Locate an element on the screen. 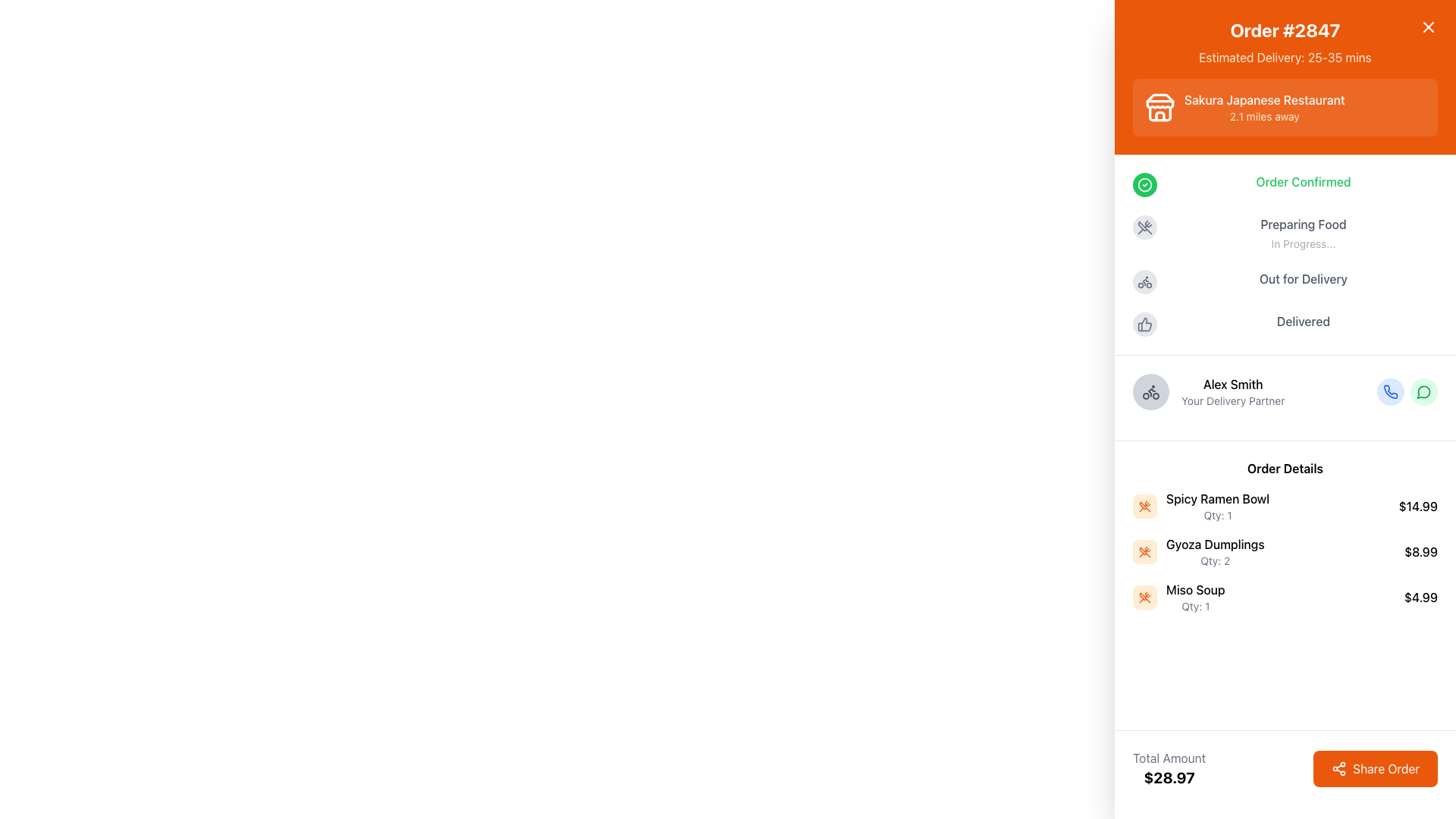 This screenshot has width=1456, height=819. the static text element that serves as a label or subtitle for 'Alex Smith', located below his name and to the right of the avatar image is located at coordinates (1233, 400).